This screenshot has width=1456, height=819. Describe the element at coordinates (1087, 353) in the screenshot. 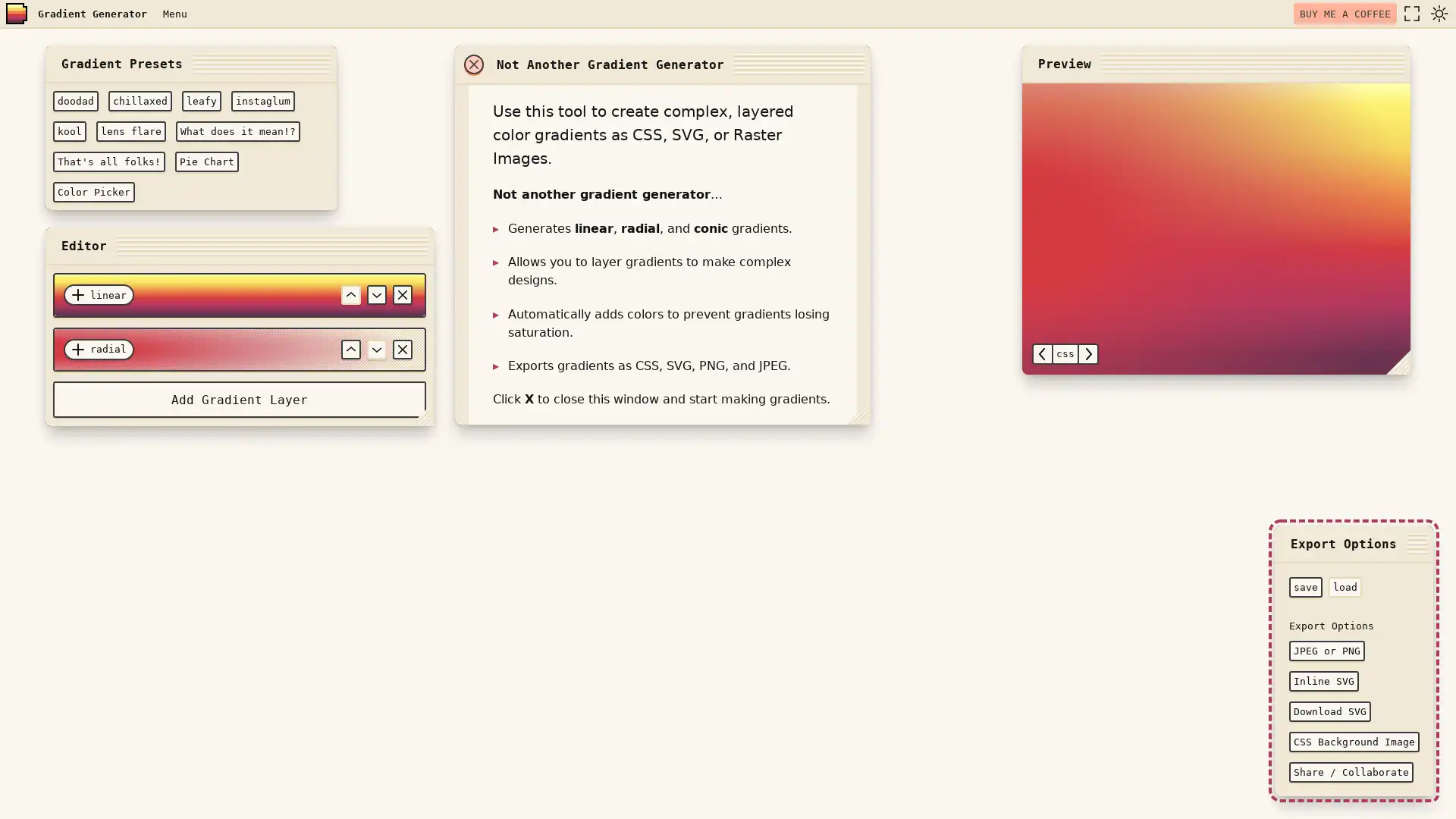

I see `select next option` at that location.